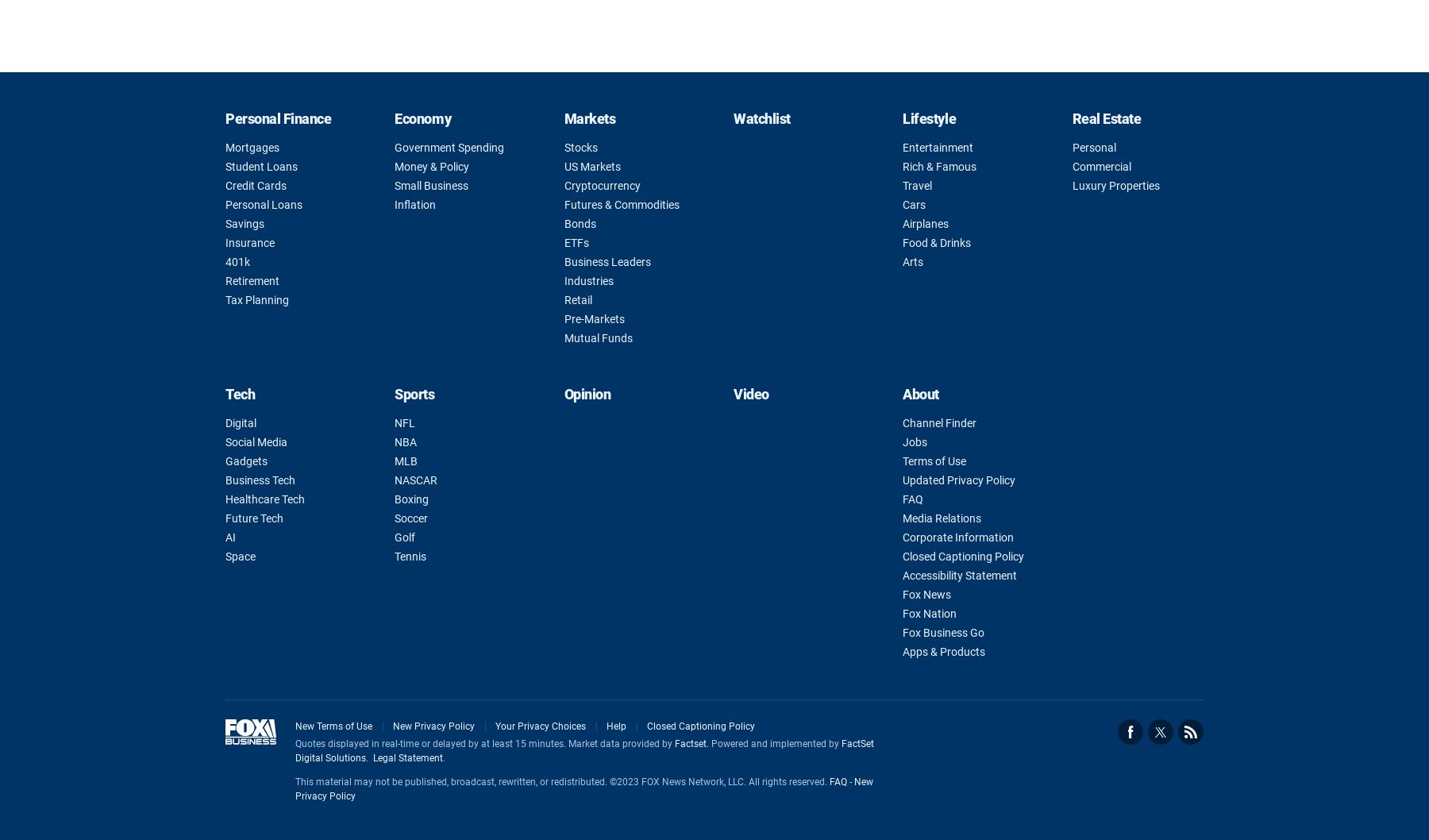 The image size is (1429, 840). I want to click on 'US Markets', so click(591, 167).